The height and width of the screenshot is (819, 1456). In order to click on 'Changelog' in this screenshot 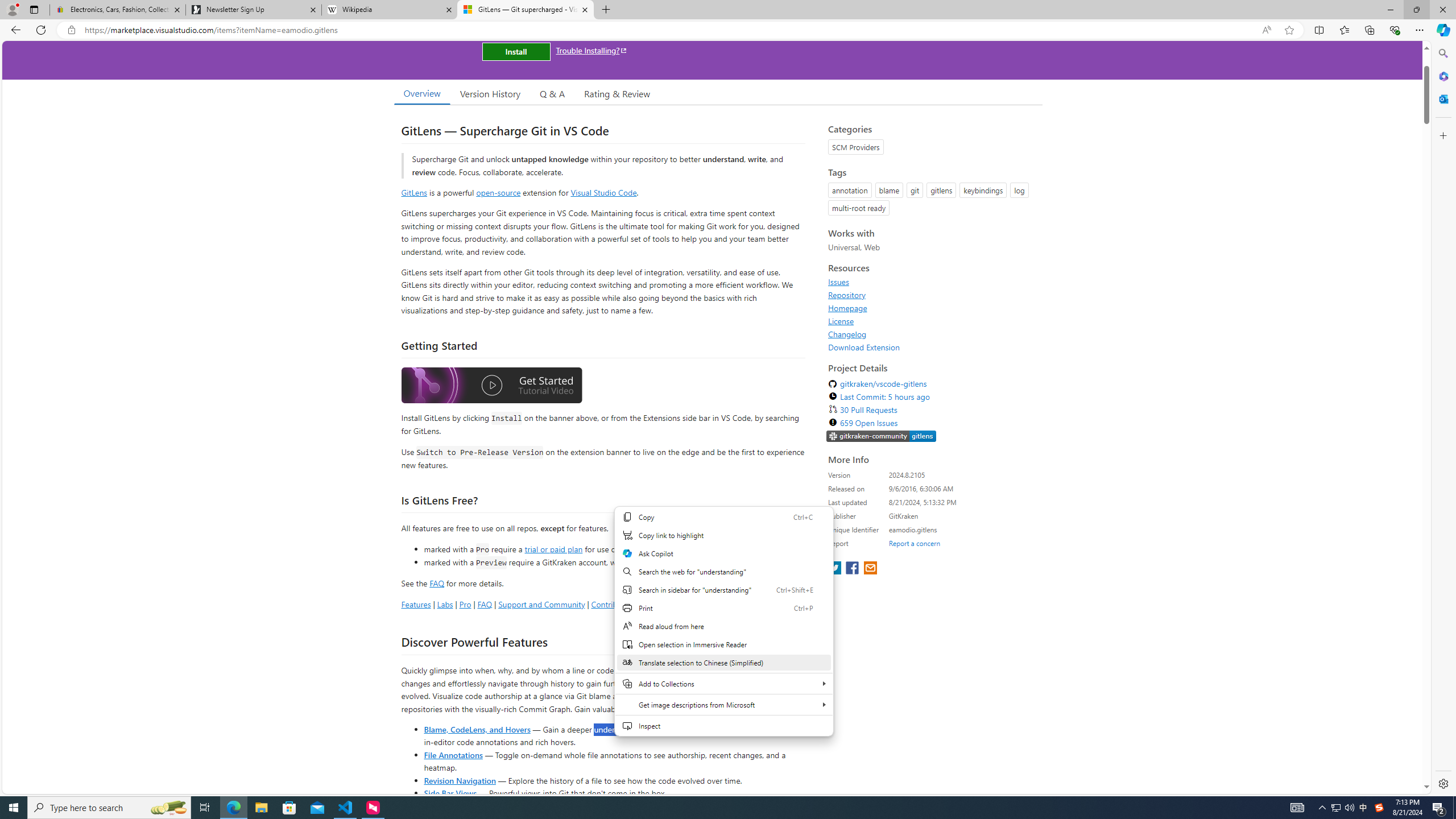, I will do `click(846, 333)`.